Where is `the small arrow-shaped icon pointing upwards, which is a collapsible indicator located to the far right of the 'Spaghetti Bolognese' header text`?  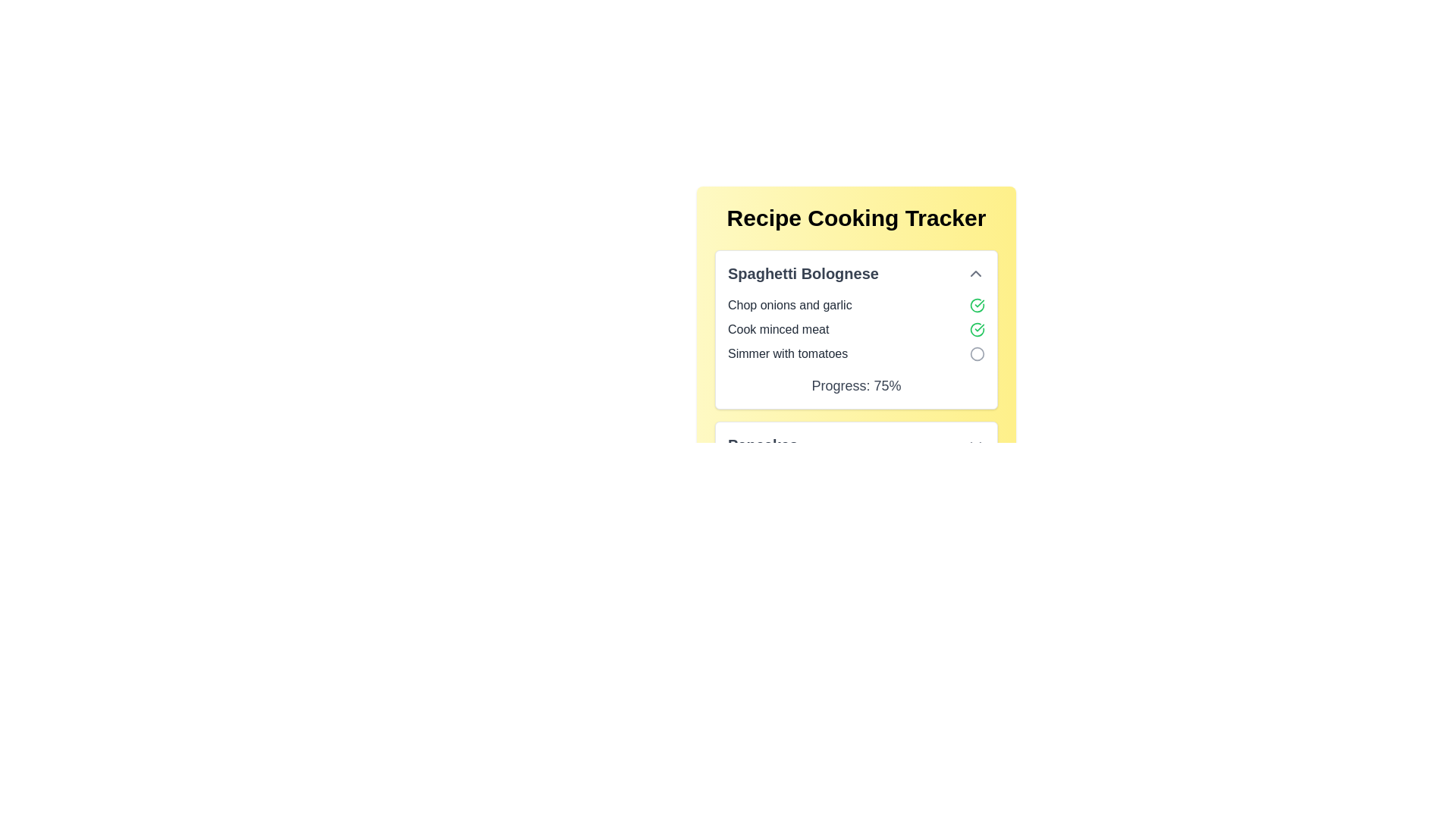
the small arrow-shaped icon pointing upwards, which is a collapsible indicator located to the far right of the 'Spaghetti Bolognese' header text is located at coordinates (975, 274).